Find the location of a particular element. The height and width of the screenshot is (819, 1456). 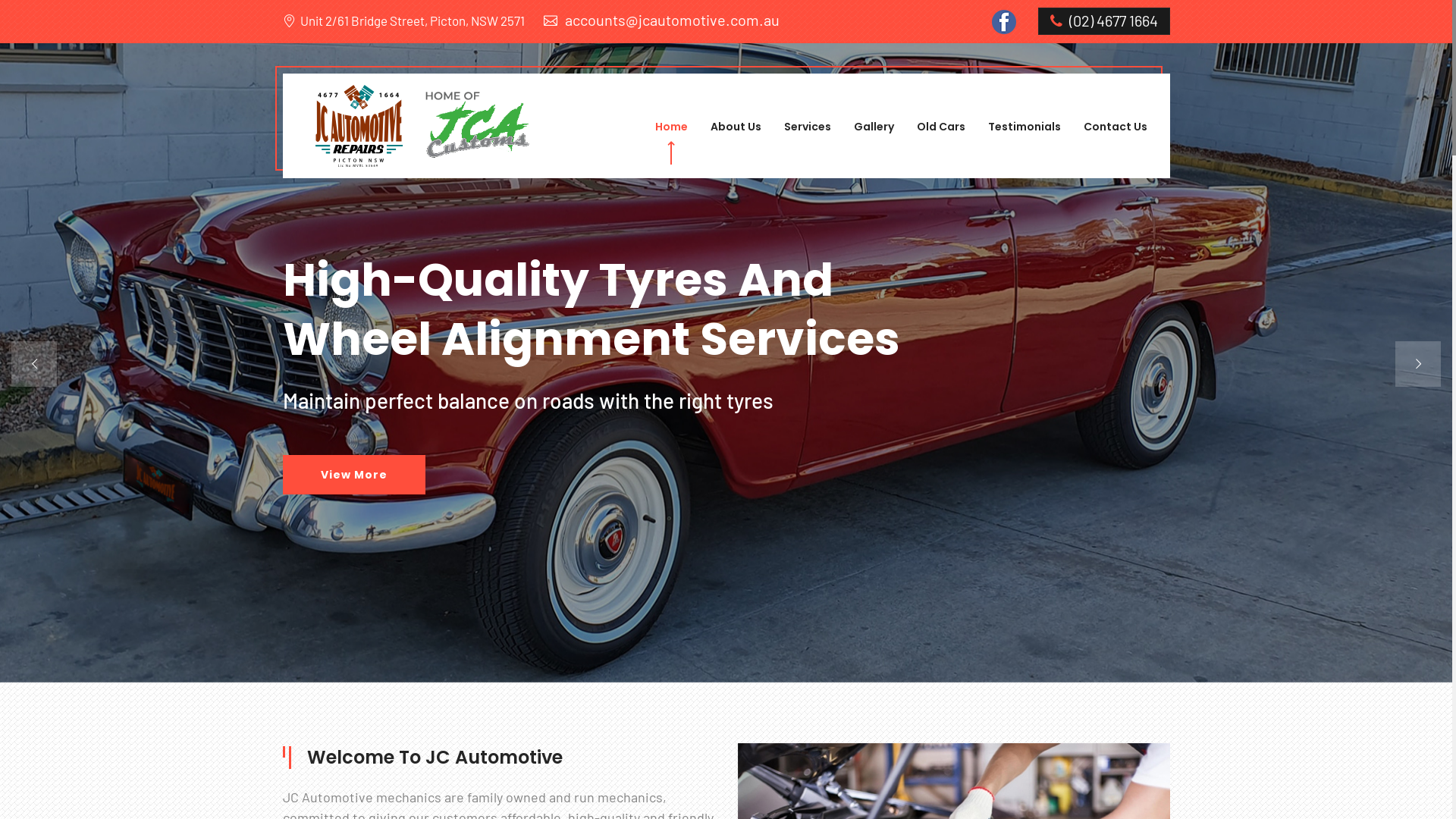

'Services' is located at coordinates (807, 125).